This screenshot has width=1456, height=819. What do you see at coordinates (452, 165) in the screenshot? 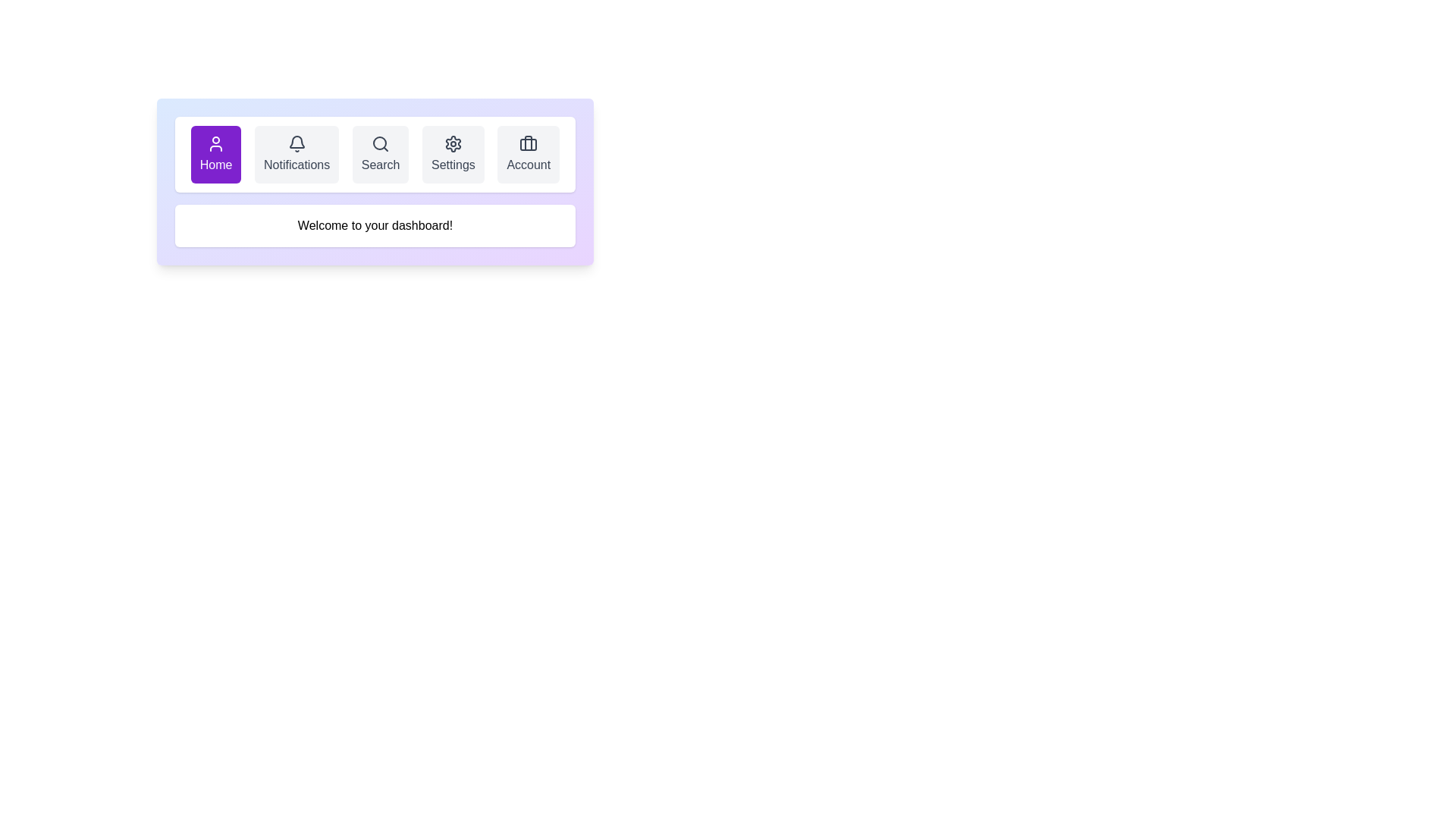
I see `text label within the settings button, which is the fourth navigational item from the left in the upper navigation menu, located between 'Search' and 'Account'` at bounding box center [452, 165].